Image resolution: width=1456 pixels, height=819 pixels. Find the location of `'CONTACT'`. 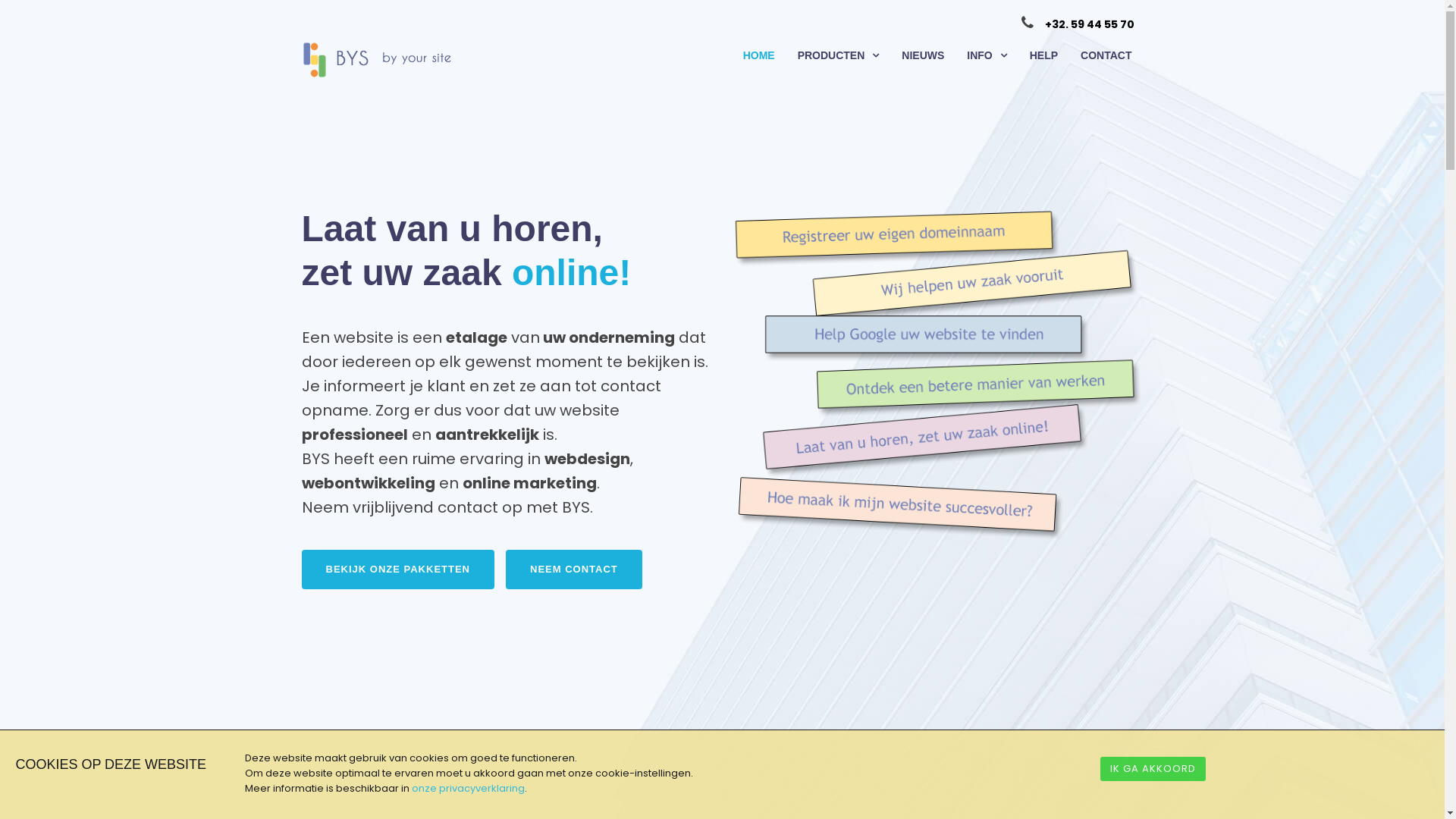

'CONTACT' is located at coordinates (1106, 55).